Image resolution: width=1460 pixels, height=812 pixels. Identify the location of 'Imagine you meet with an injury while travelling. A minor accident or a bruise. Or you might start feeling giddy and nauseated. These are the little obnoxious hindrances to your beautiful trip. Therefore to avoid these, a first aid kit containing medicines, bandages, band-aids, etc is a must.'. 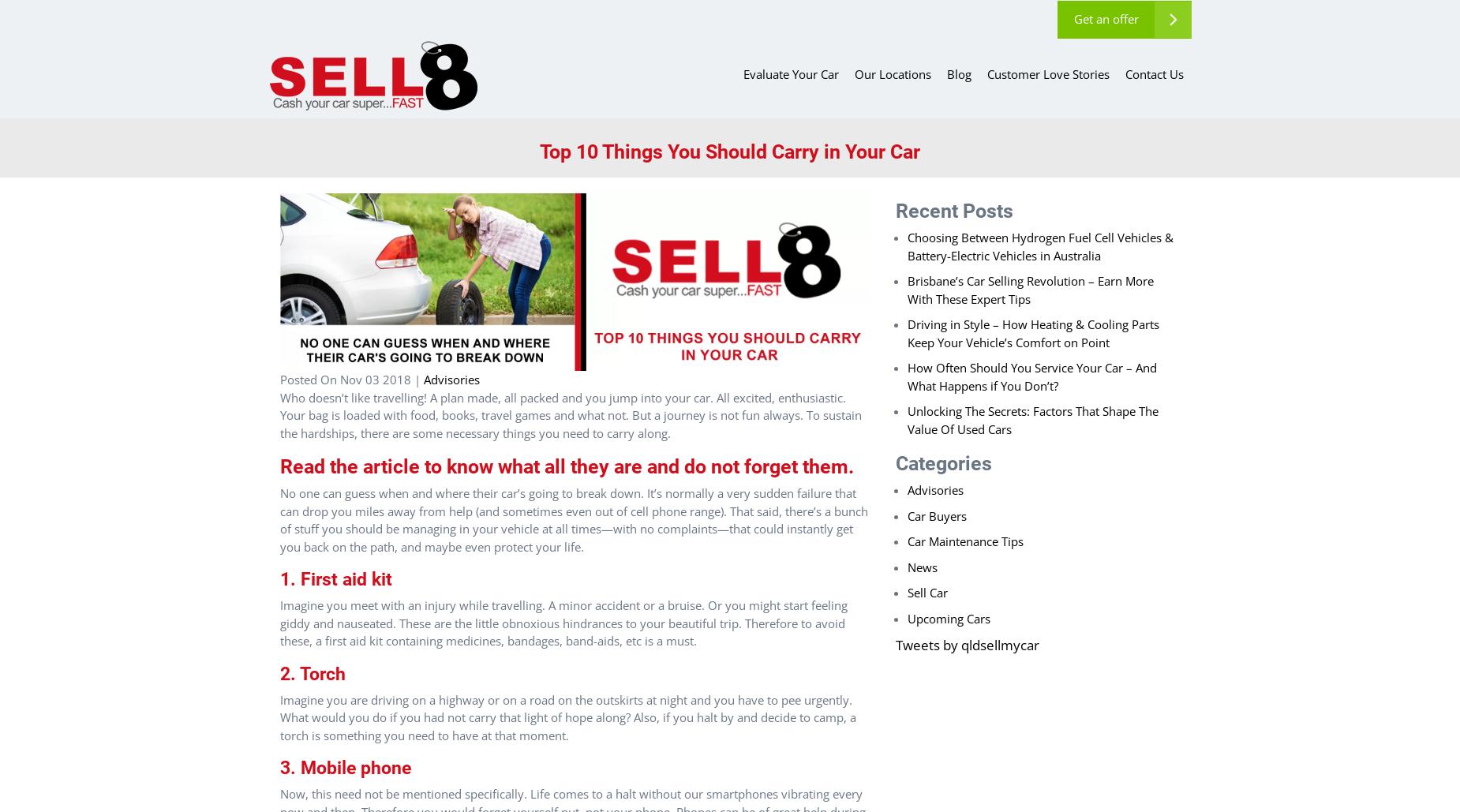
(563, 623).